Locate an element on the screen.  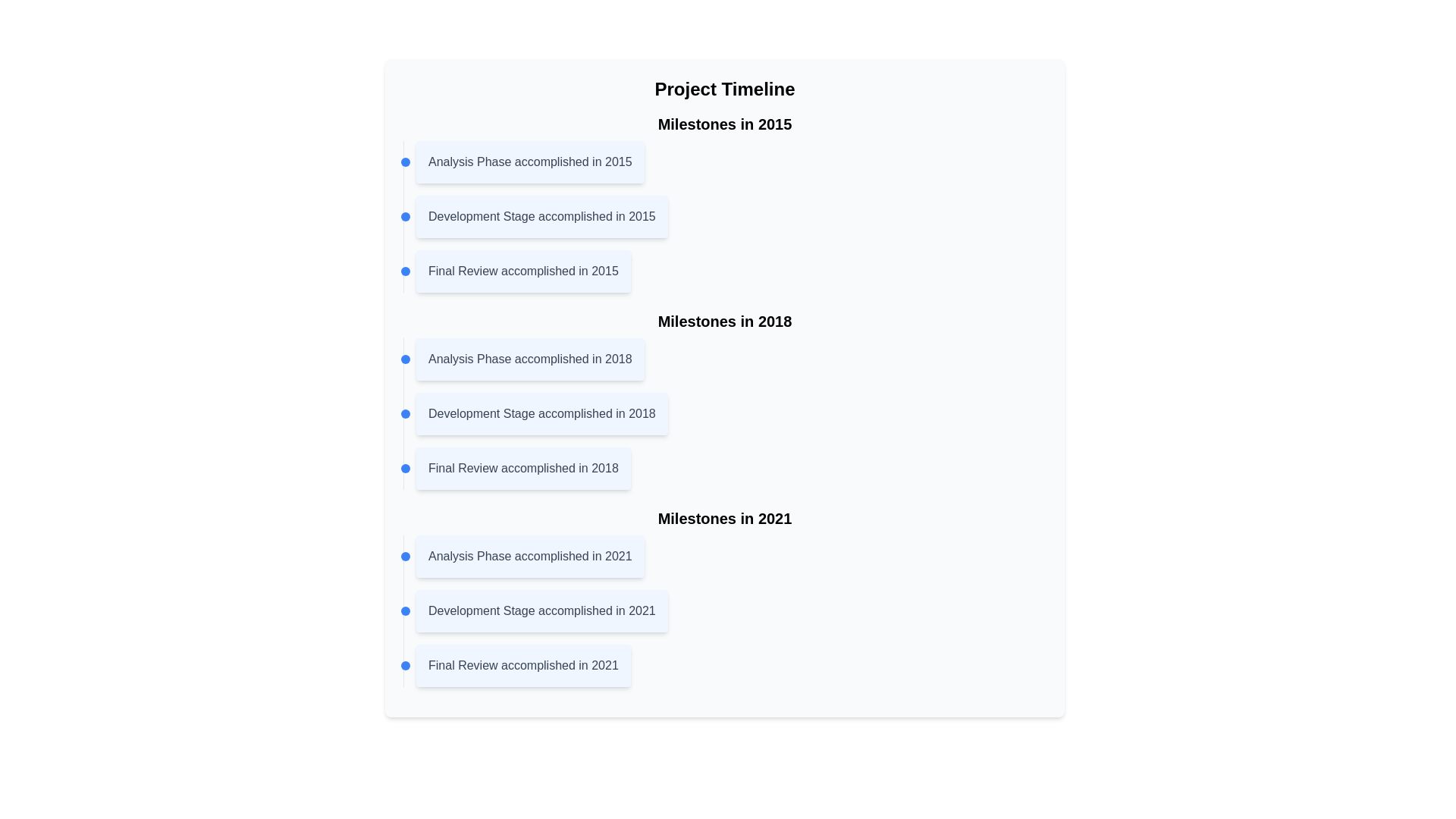
the text box displaying 'Development Stage accomplished in 2018', which is the second item in the 'Milestones in 2018' section of the 'Project Timeline' is located at coordinates (541, 414).